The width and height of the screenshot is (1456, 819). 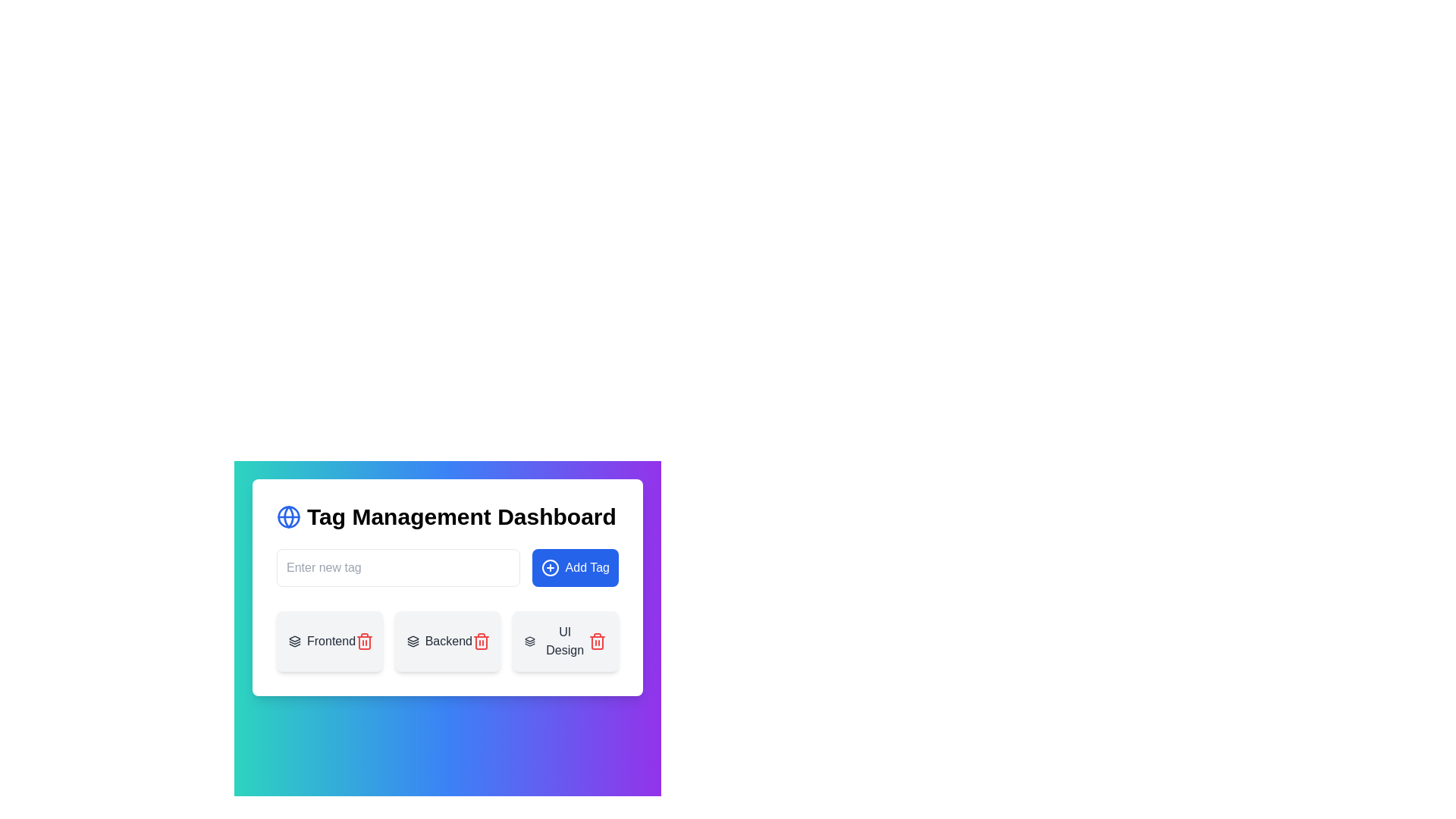 I want to click on the circular icon with a blue background and white plus sign located to the left of the 'Add Tag' button, so click(x=549, y=567).